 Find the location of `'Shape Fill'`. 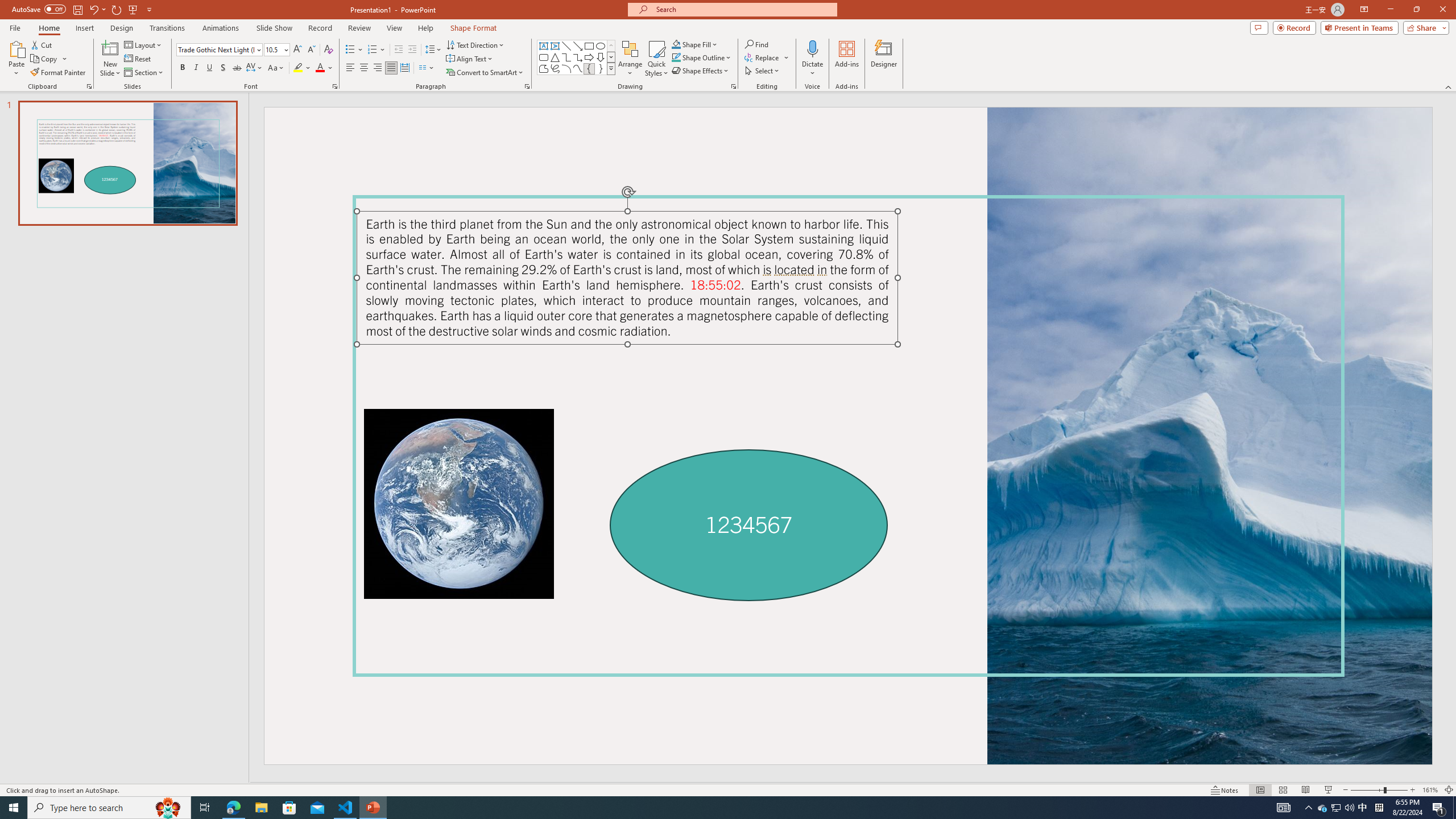

'Shape Fill' is located at coordinates (695, 44).